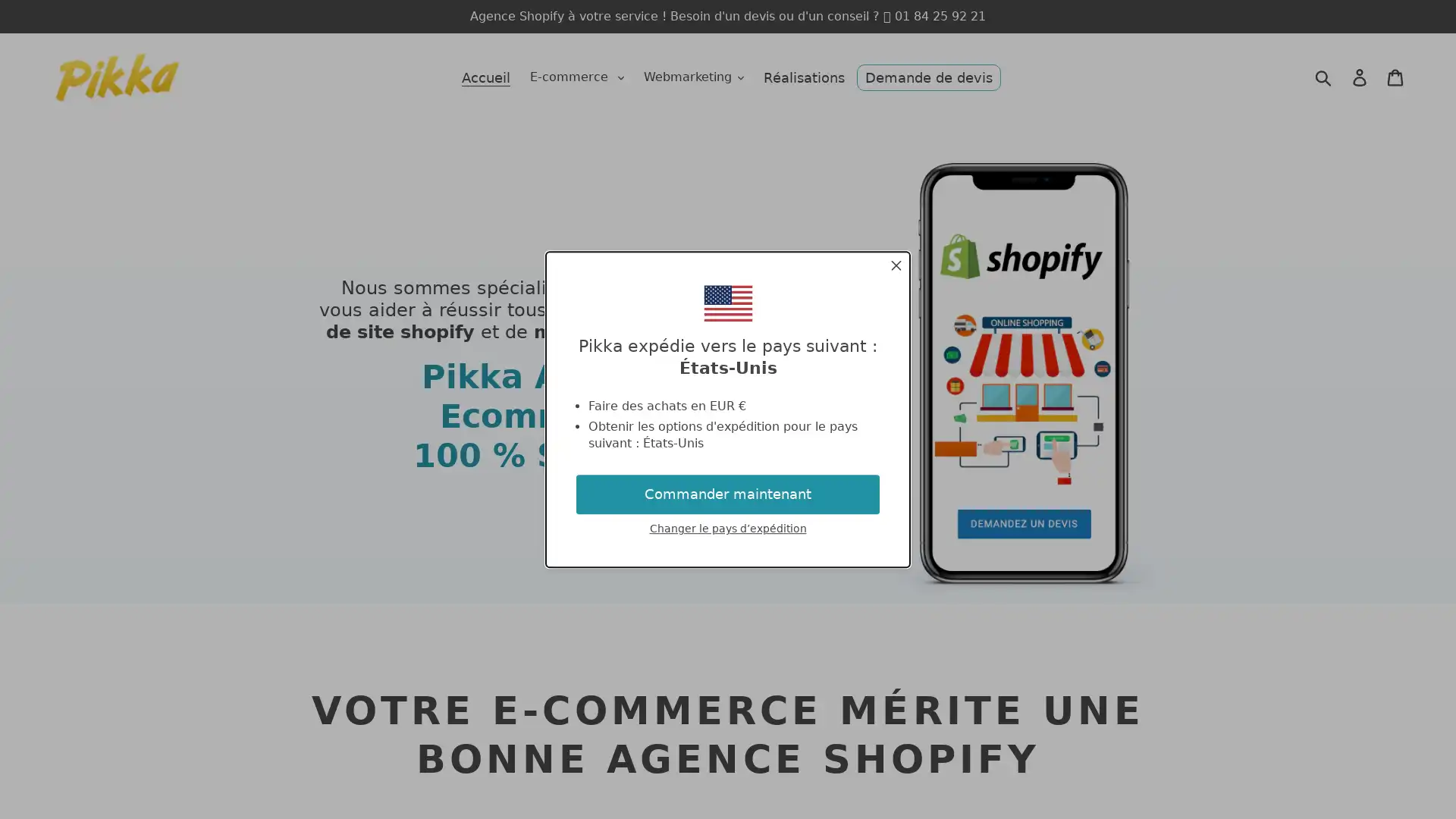  What do you see at coordinates (726, 528) in the screenshot?
I see `Changer le pays dexpedition` at bounding box center [726, 528].